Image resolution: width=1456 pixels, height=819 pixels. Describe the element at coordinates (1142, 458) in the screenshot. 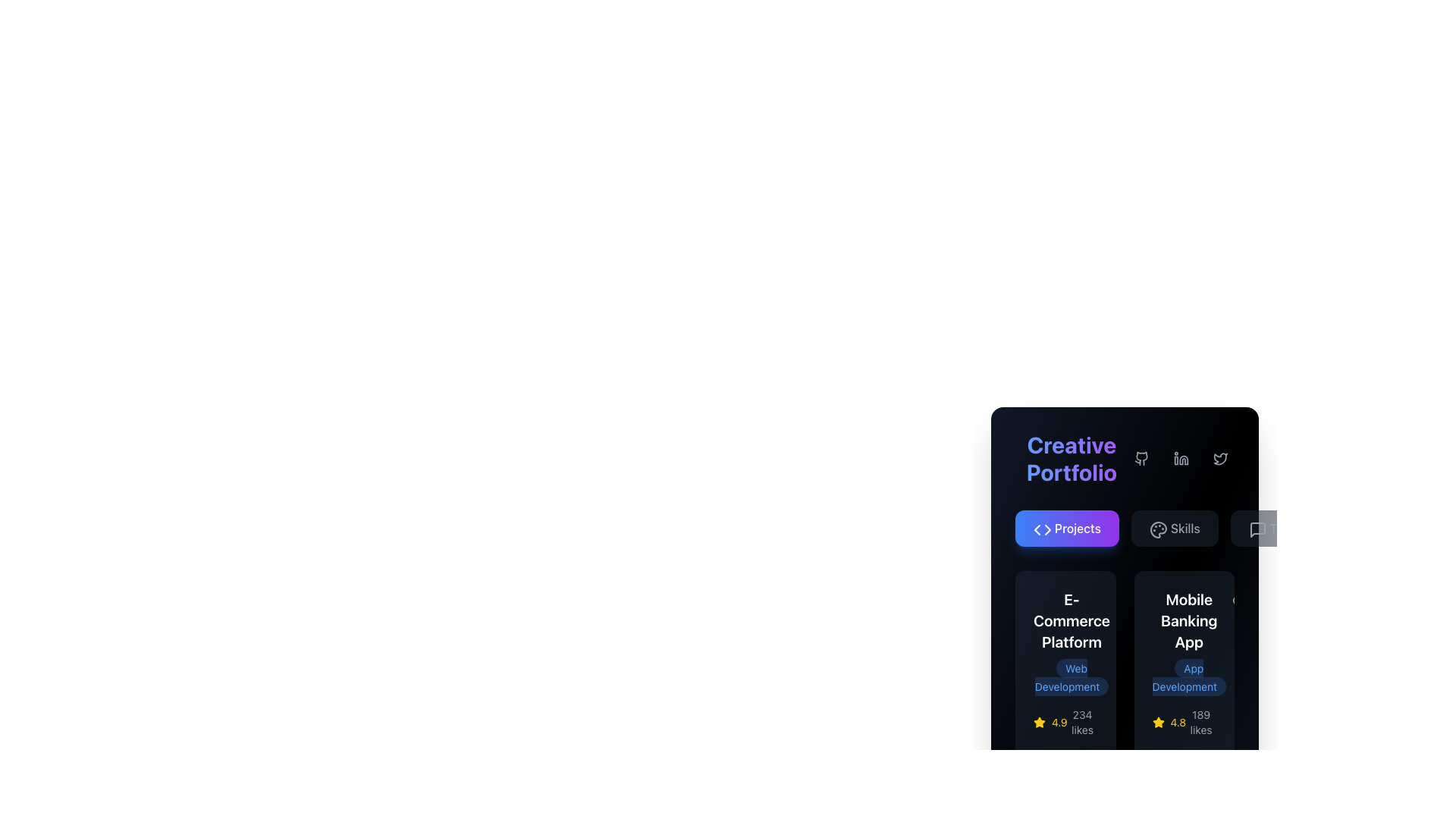

I see `the GitHub icon button, which is the first icon in a horizontal row of three social media icons located in the top-right section of the card` at that location.